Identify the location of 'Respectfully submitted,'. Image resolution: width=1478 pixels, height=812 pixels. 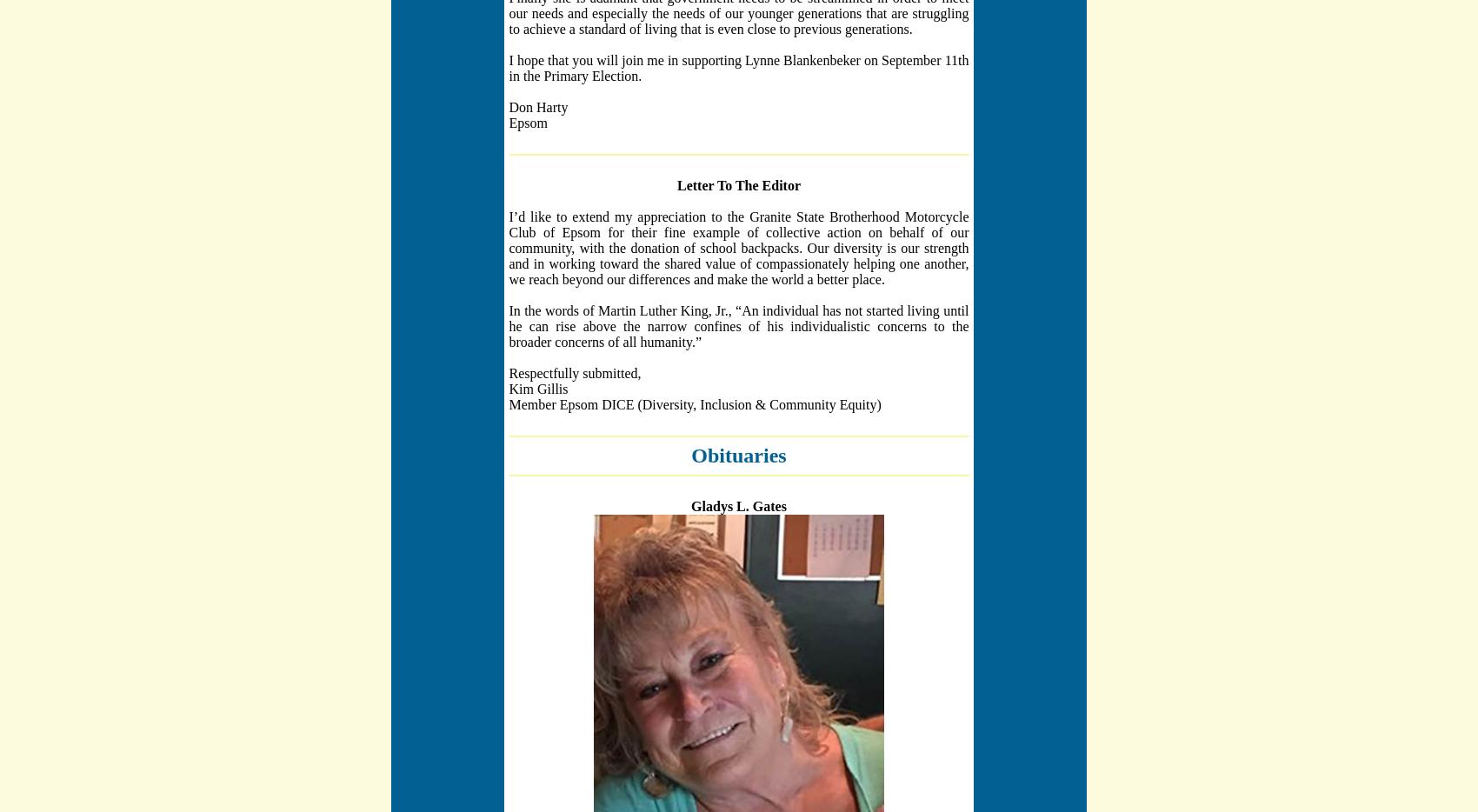
(574, 372).